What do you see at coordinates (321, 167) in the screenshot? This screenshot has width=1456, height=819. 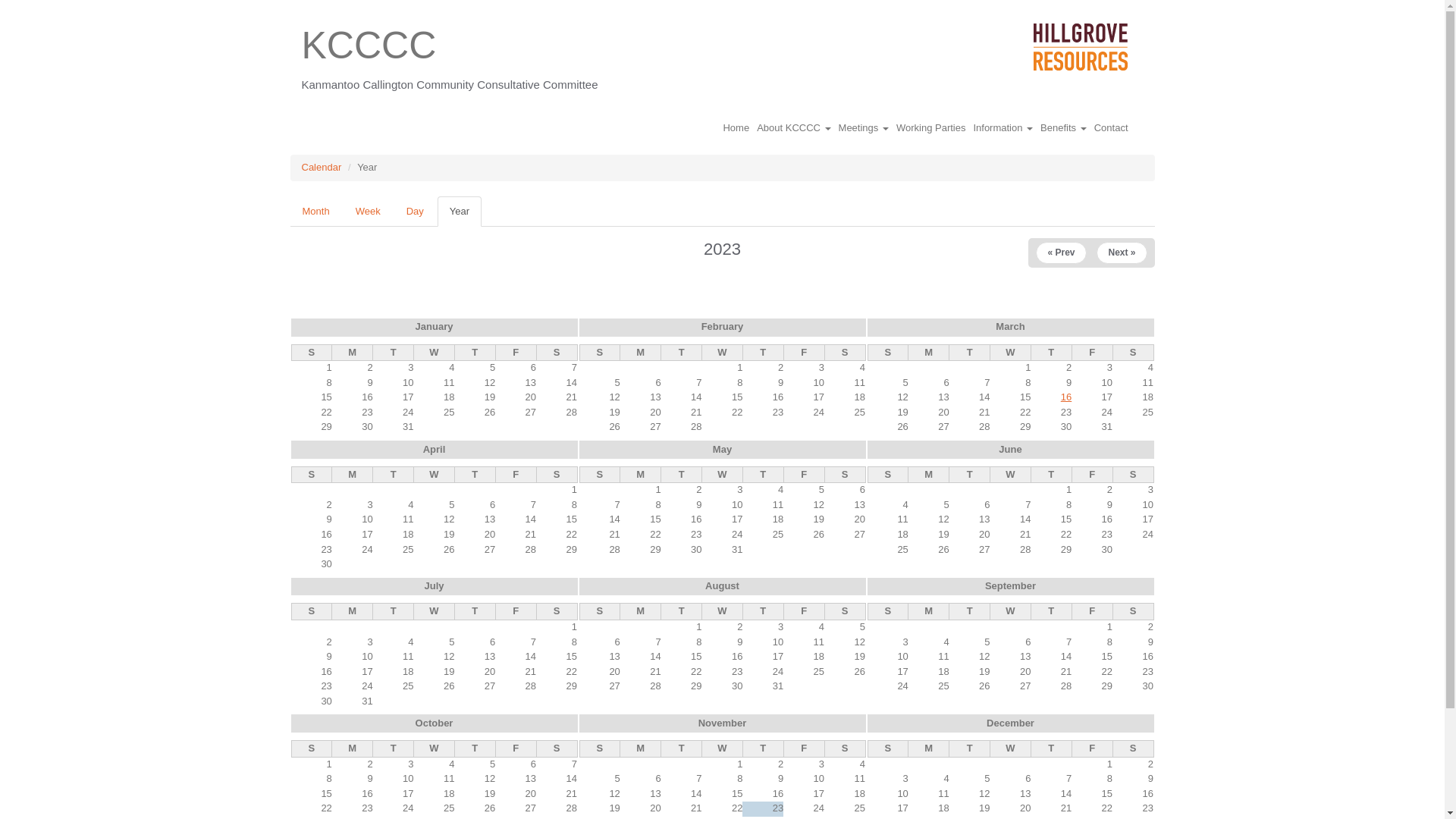 I see `'Calendar'` at bounding box center [321, 167].